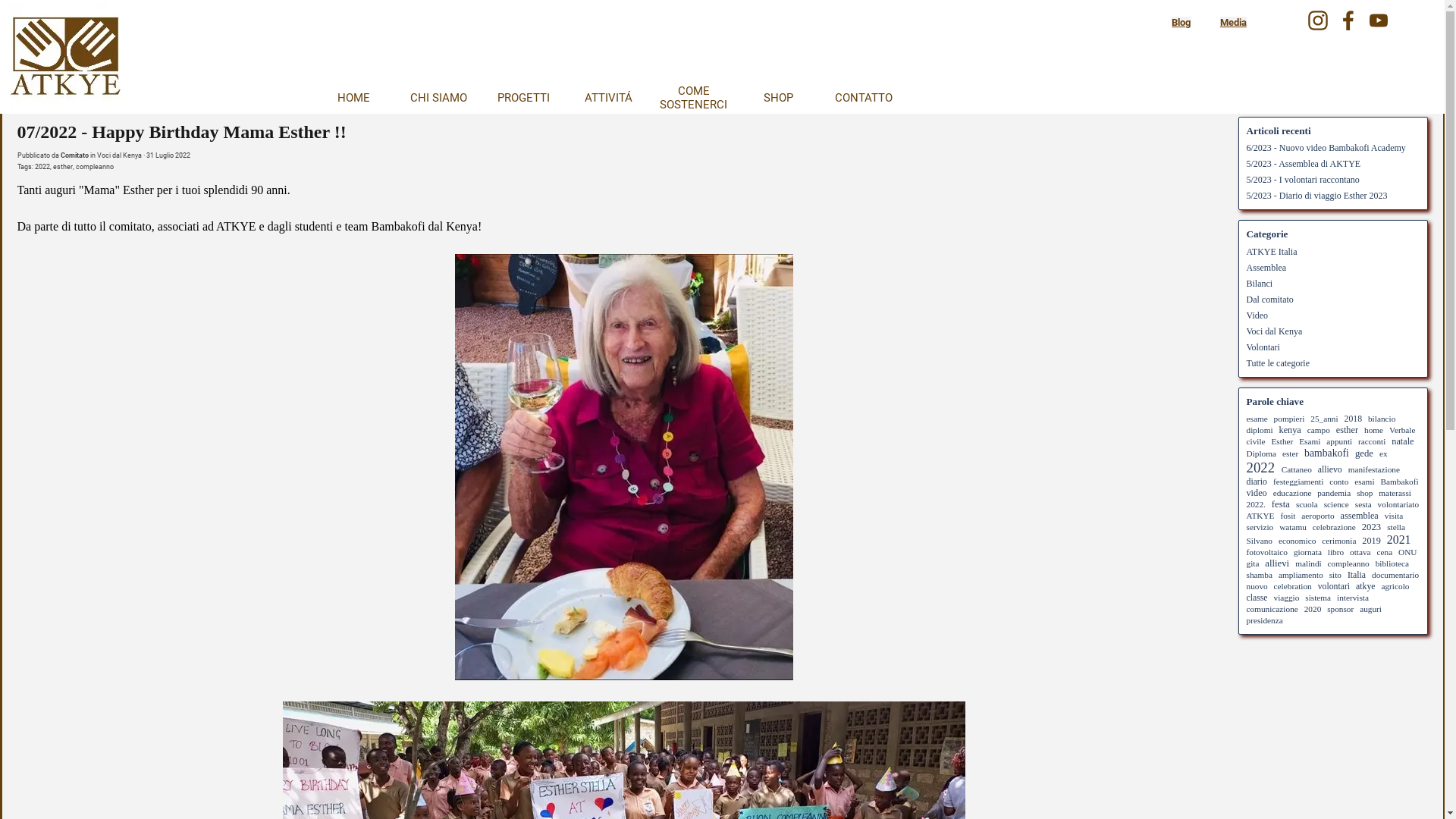 Image resolution: width=1456 pixels, height=819 pixels. Describe the element at coordinates (1286, 596) in the screenshot. I see `'viaggio'` at that location.